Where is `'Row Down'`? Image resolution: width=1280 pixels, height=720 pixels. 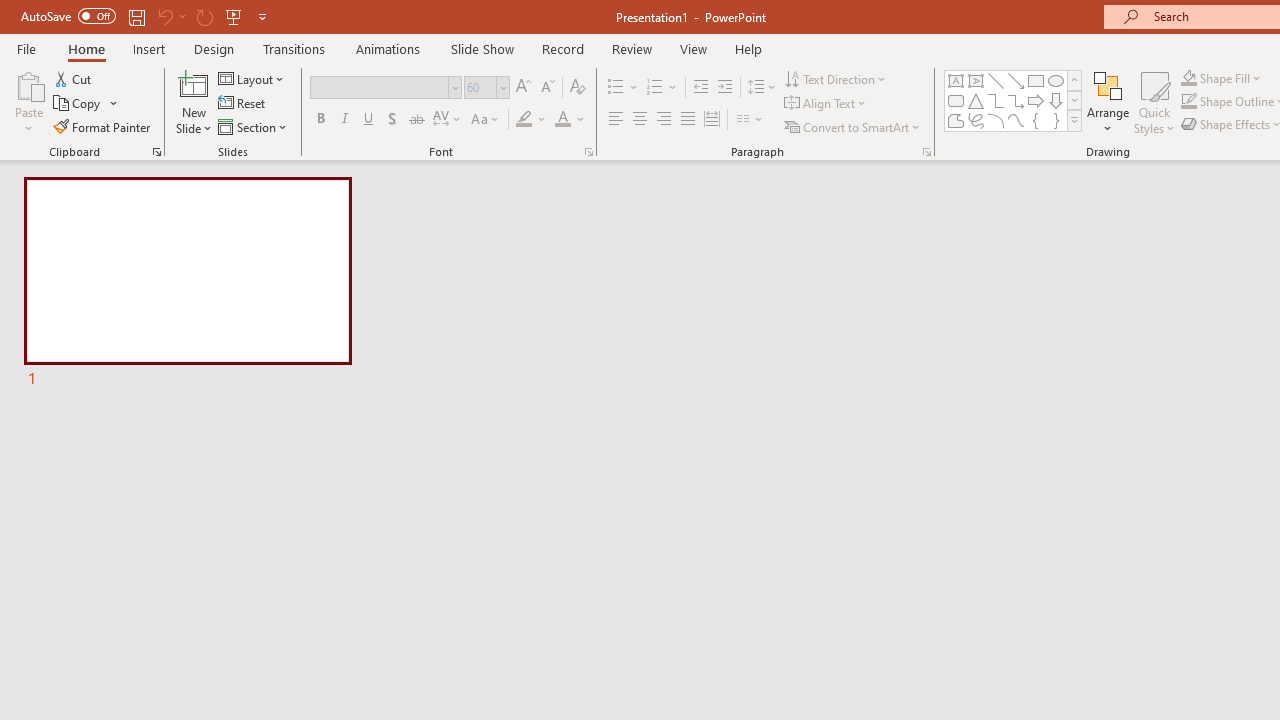 'Row Down' is located at coordinates (1073, 100).